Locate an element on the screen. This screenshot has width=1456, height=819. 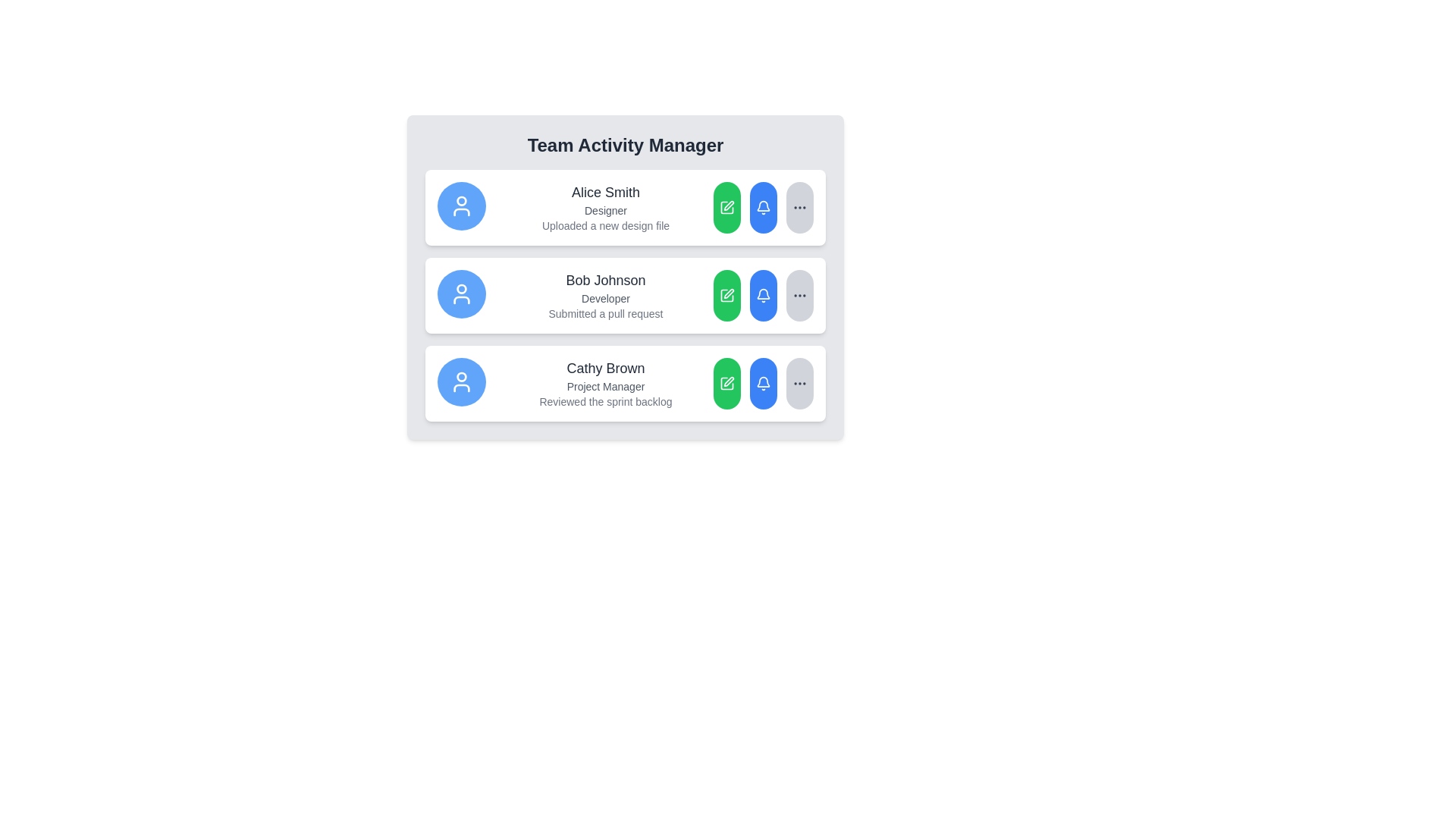
the third circular button on the right side of Bob Johnson's record in the Team Activity Manager interface is located at coordinates (799, 295).